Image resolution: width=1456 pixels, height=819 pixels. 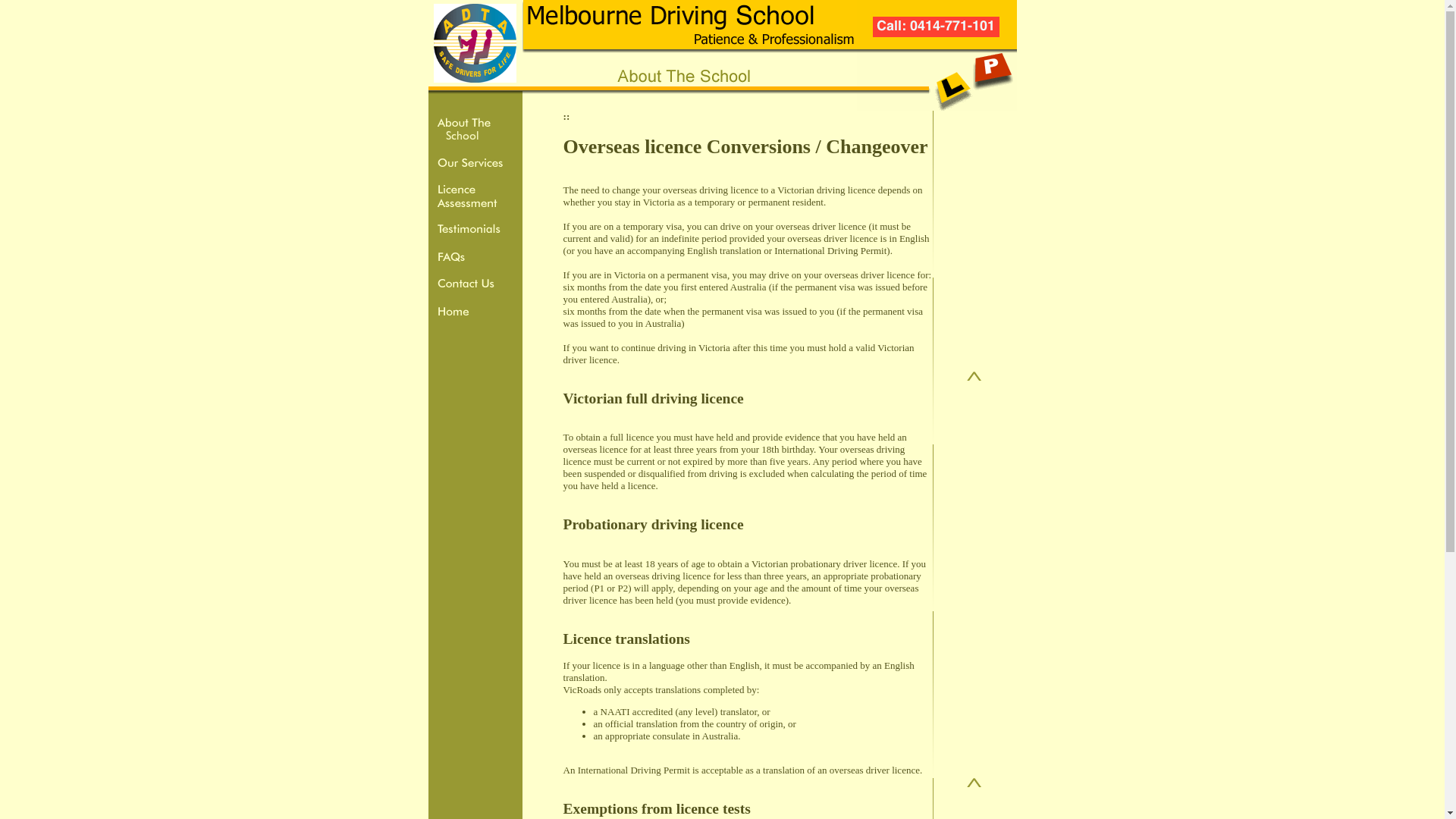 I want to click on '::', so click(x=566, y=115).